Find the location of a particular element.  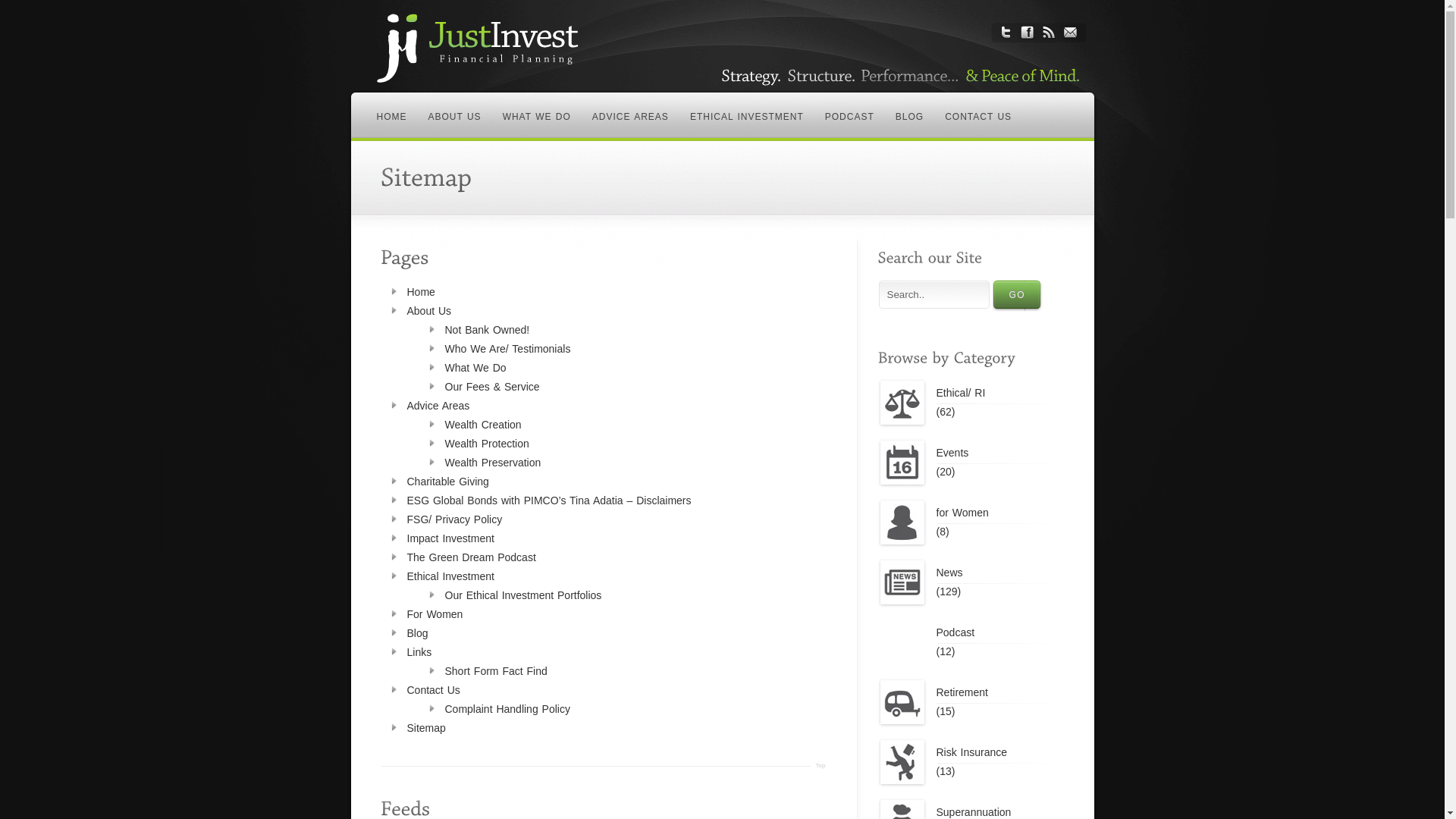

'ABOUT US' is located at coordinates (417, 116).